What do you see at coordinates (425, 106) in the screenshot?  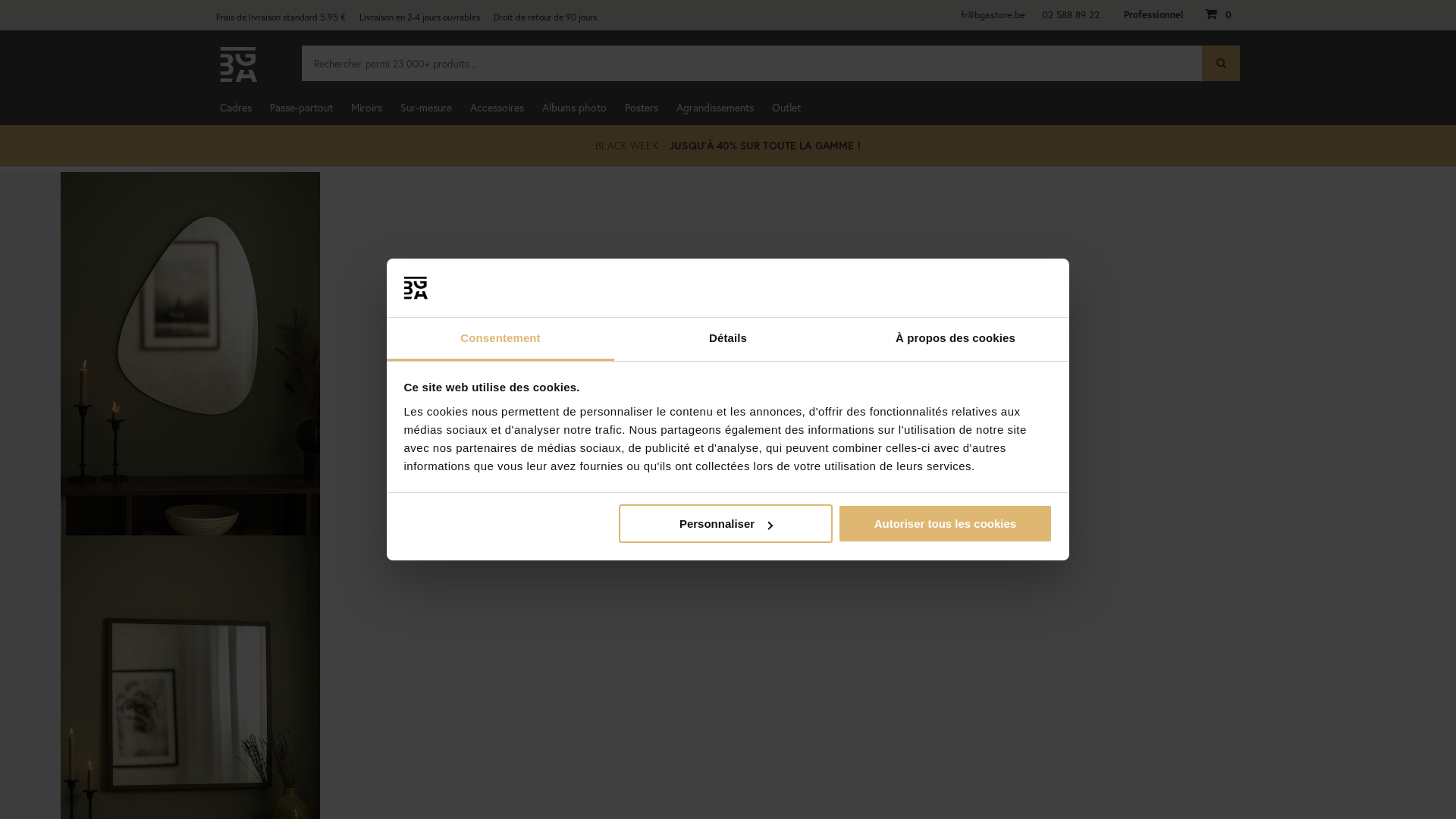 I see `'Sur-mesure'` at bounding box center [425, 106].